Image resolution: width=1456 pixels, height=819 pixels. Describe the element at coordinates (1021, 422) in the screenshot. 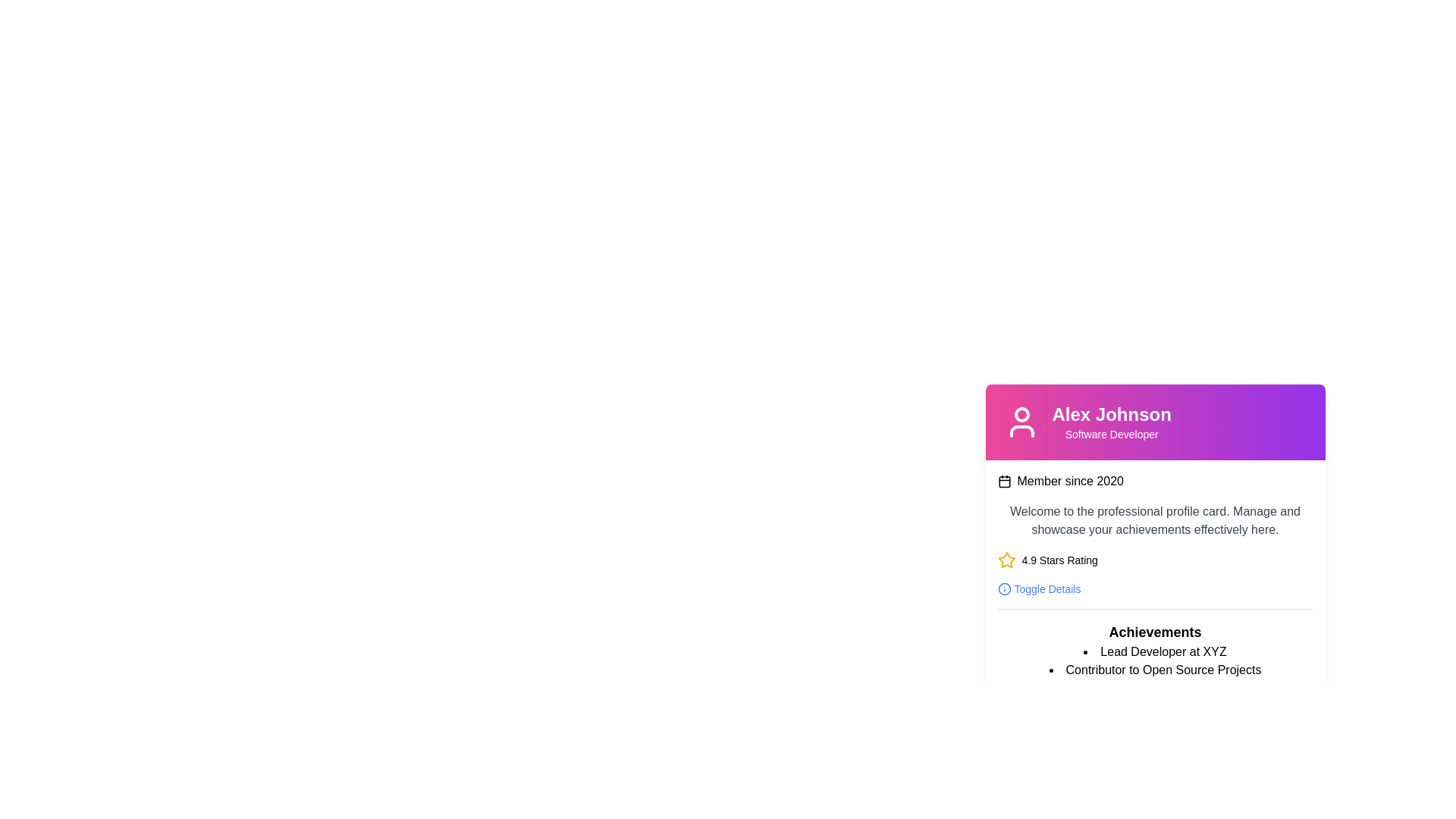

I see `the user profile icon, which is a white circular head with a stylized body against a gradient pink background, located at the top-left corner of the card containing information about 'Alex Johnson'` at that location.